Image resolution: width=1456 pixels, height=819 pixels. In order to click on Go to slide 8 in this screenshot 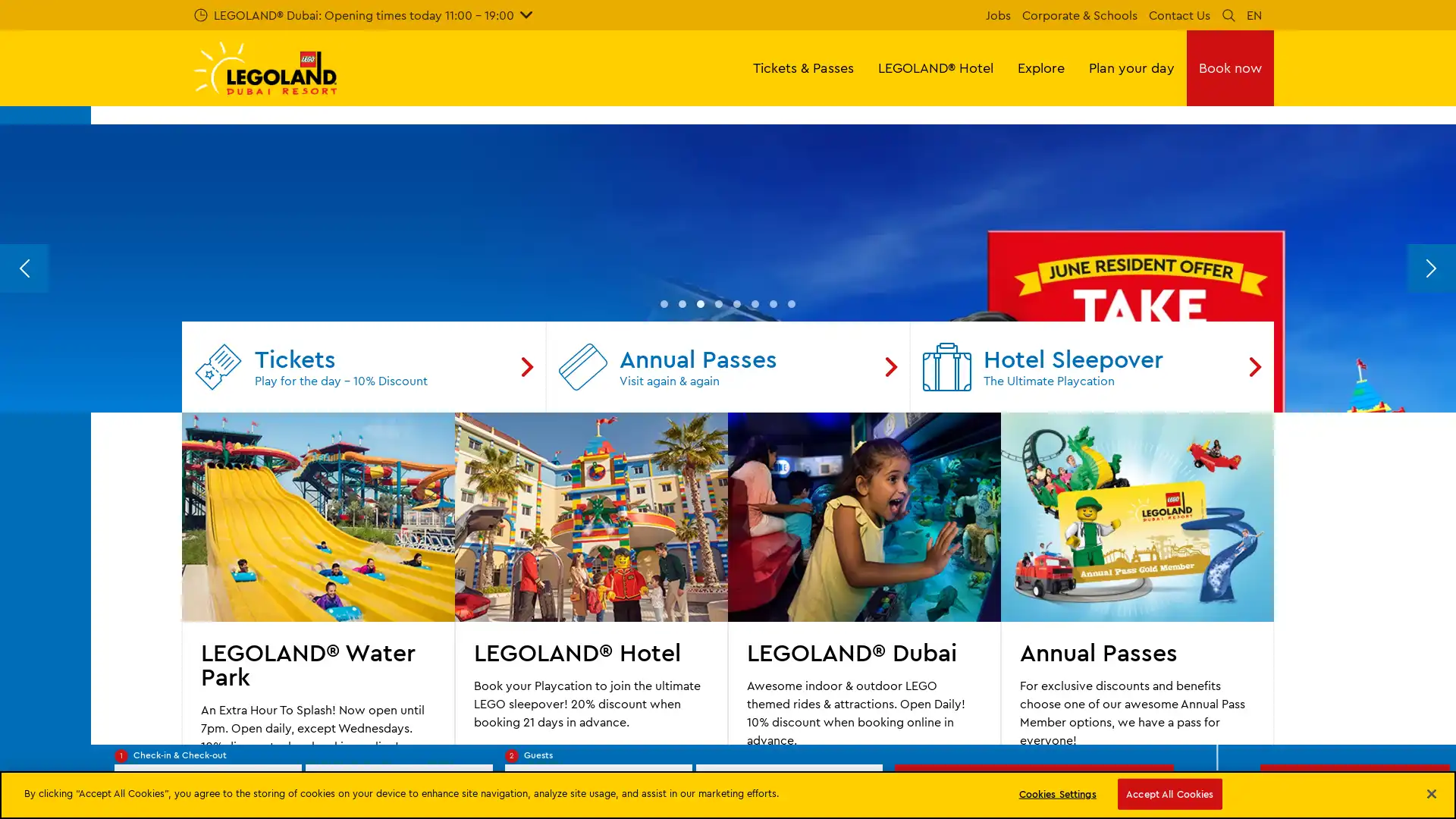, I will do `click(790, 604)`.